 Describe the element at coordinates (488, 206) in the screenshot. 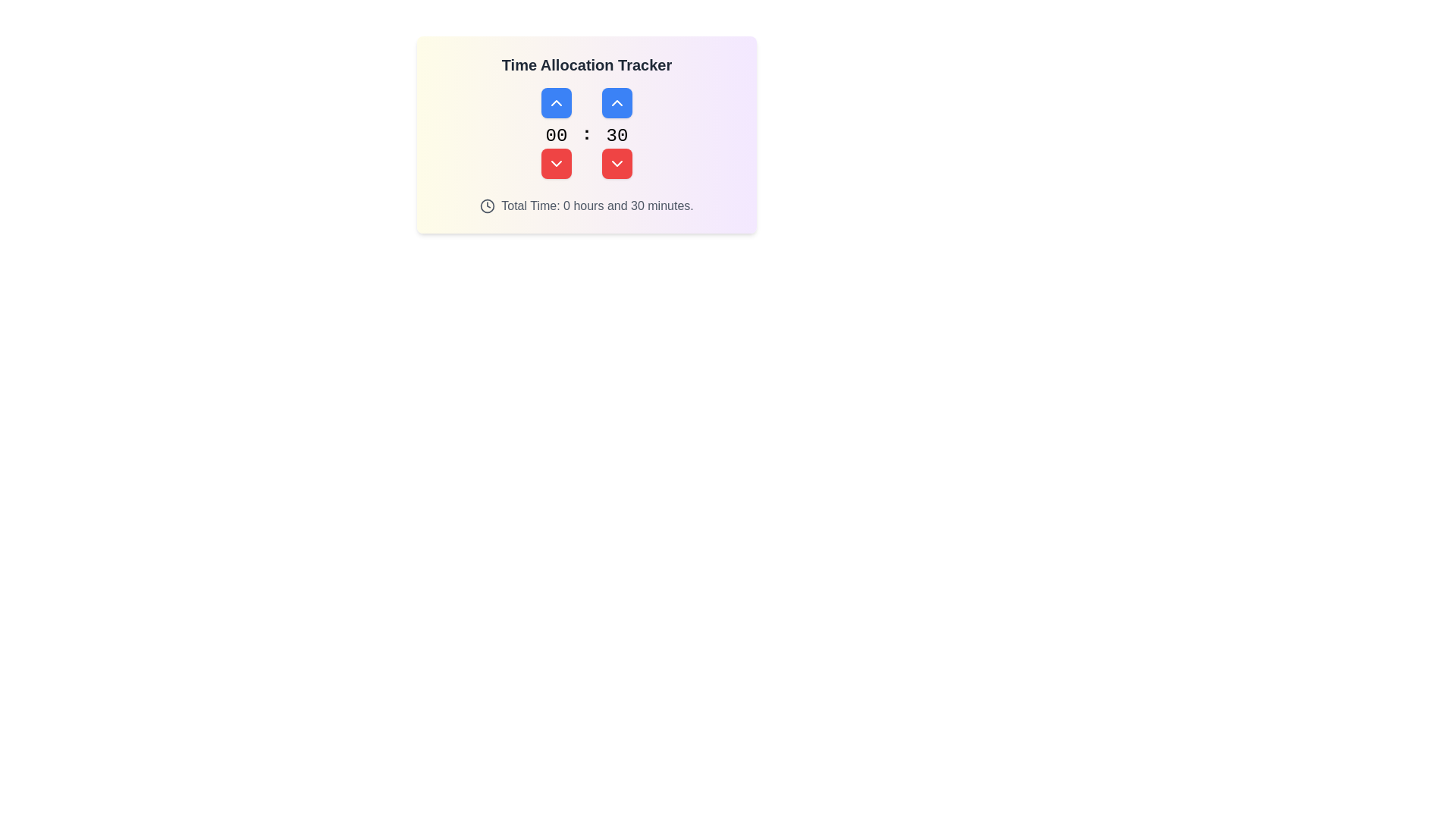

I see `the SVG Circle element, which is the outermost shape of the clock icon located in the bottom-left corner of the time allocation tracker interface, next to the total time display` at that location.